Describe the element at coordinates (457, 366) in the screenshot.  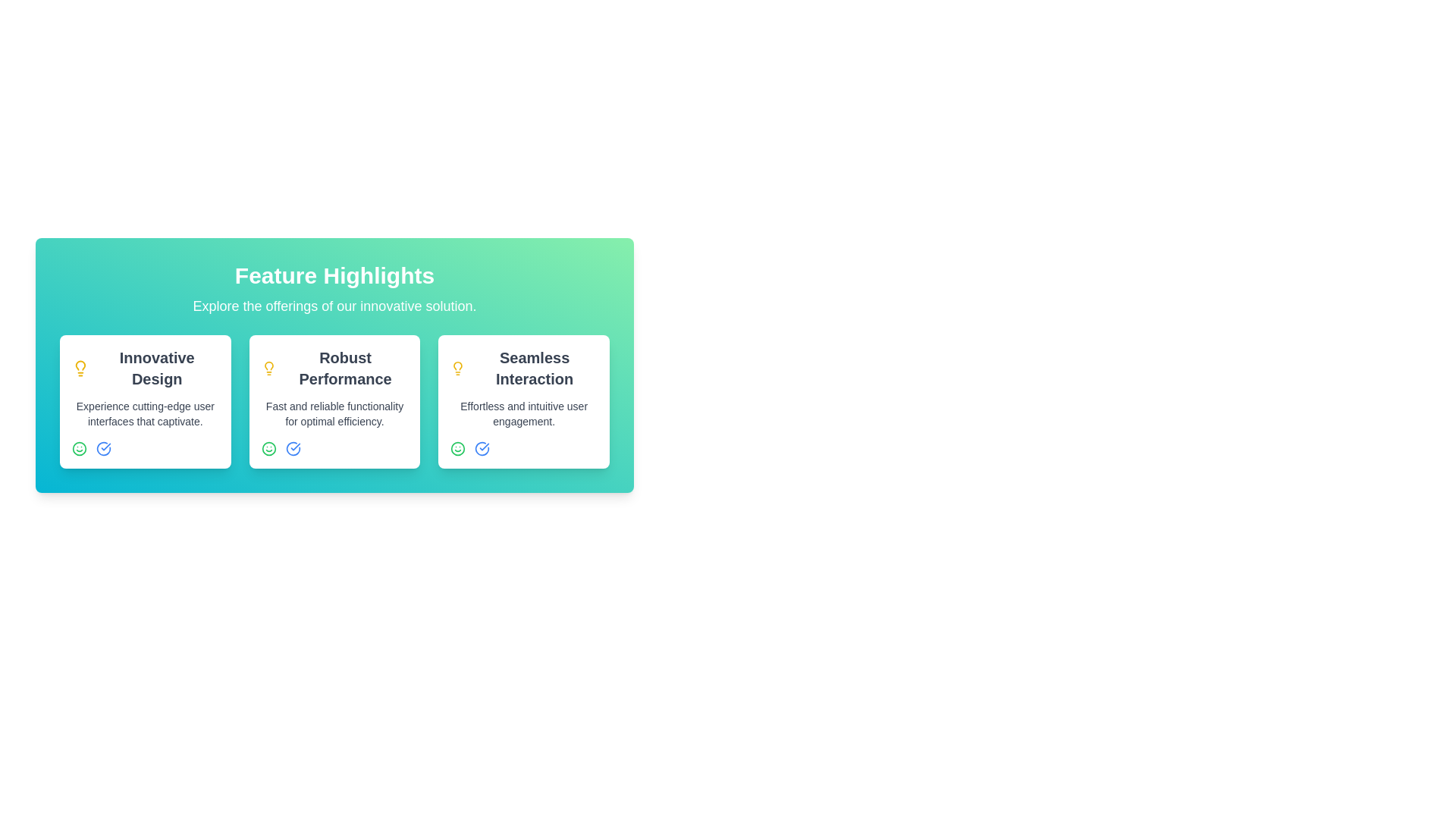
I see `the small, abstract light bulb icon with a yellow fill located in the top-left corner of the middle card beneath the heading 'Robust Performance'` at that location.